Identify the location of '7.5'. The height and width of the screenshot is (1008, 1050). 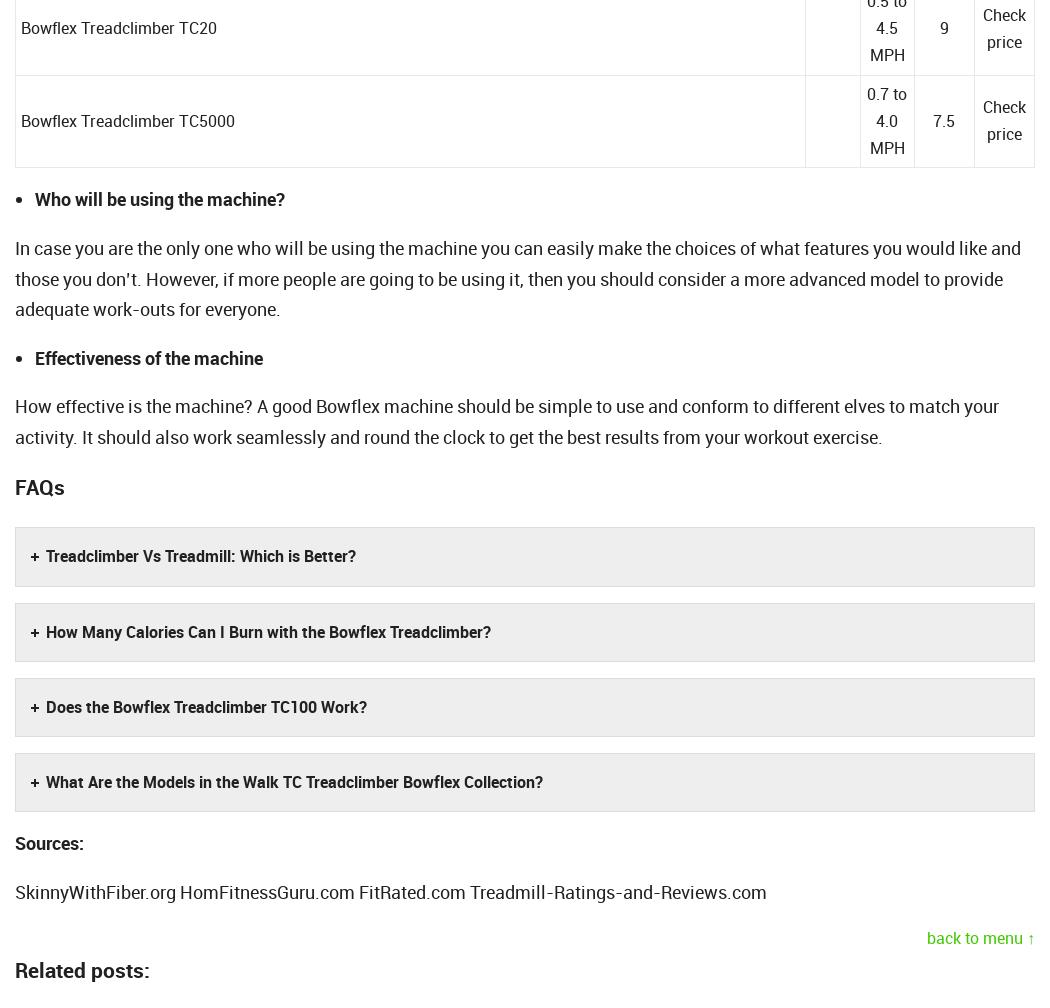
(942, 119).